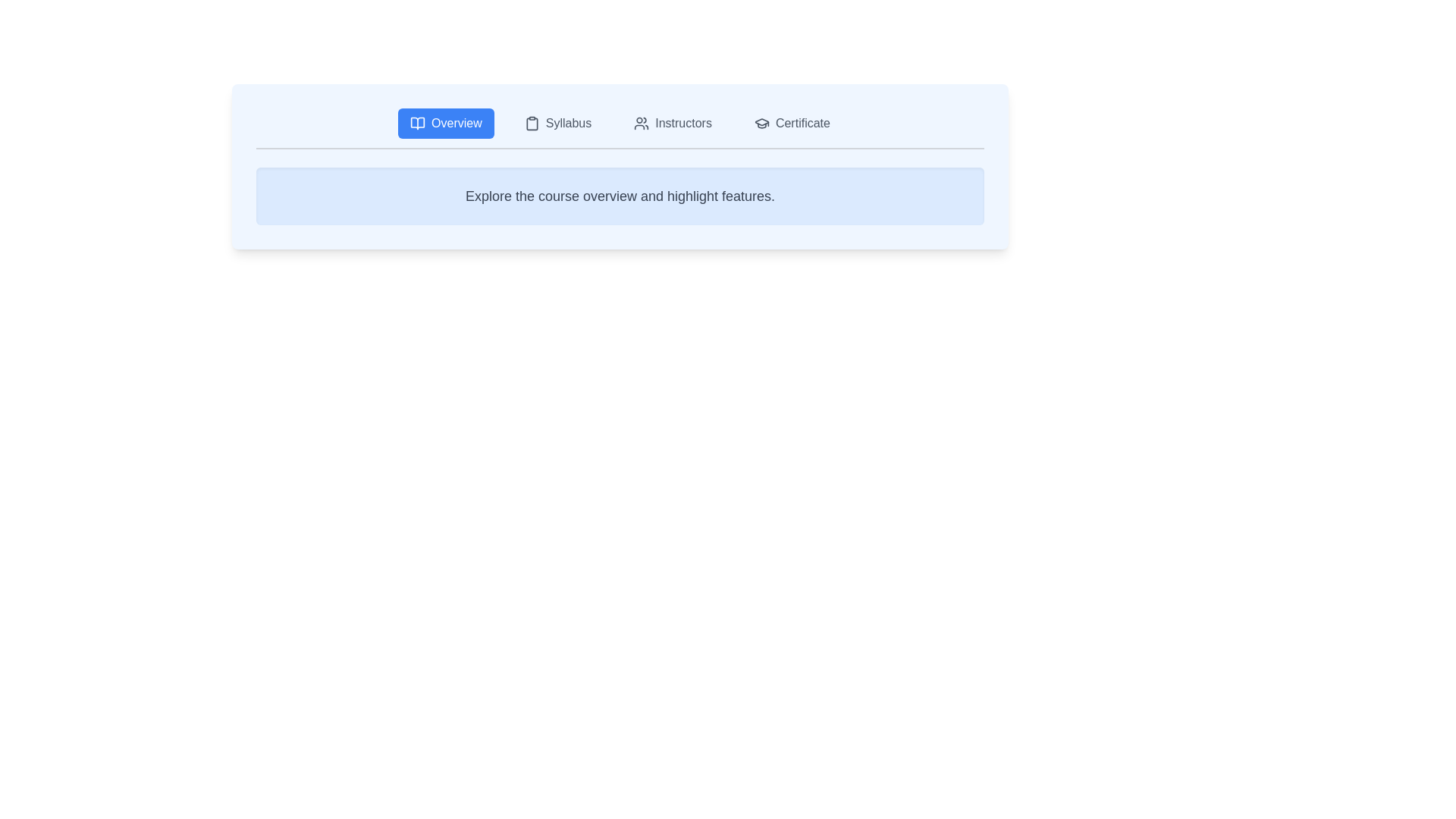 The image size is (1456, 819). What do you see at coordinates (672, 122) in the screenshot?
I see `the Instructors tab` at bounding box center [672, 122].